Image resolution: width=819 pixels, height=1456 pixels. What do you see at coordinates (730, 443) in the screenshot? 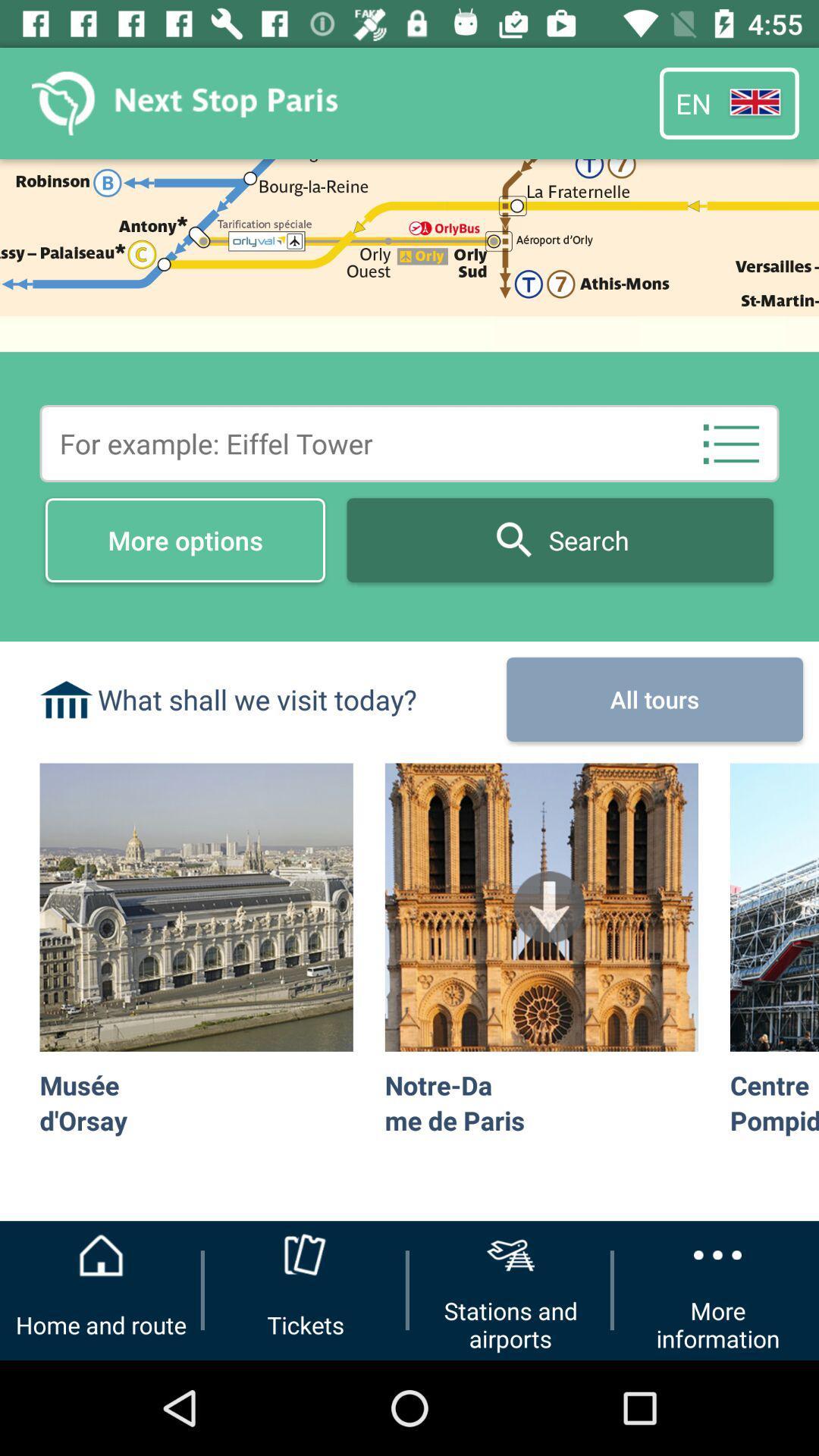
I see `the item above the all tours icon` at bounding box center [730, 443].